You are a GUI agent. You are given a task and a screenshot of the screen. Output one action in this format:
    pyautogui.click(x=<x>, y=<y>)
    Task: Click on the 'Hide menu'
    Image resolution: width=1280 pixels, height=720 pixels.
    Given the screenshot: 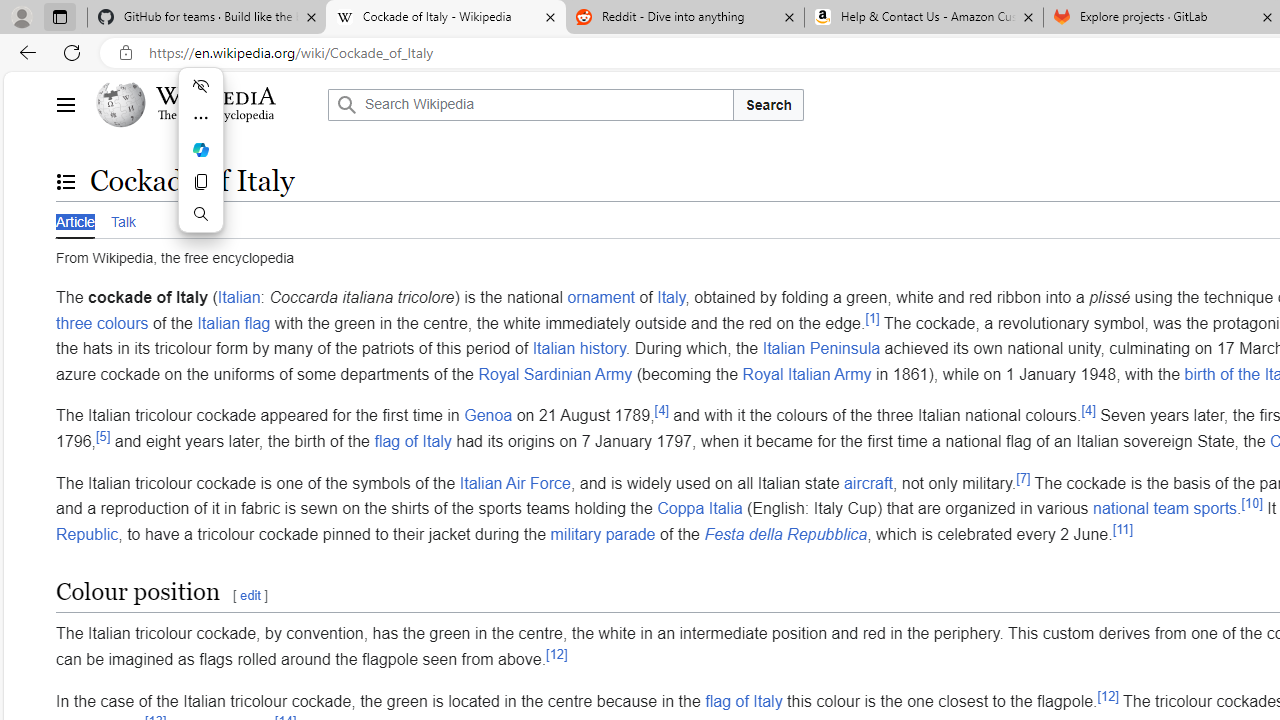 What is the action you would take?
    pyautogui.click(x=200, y=85)
    